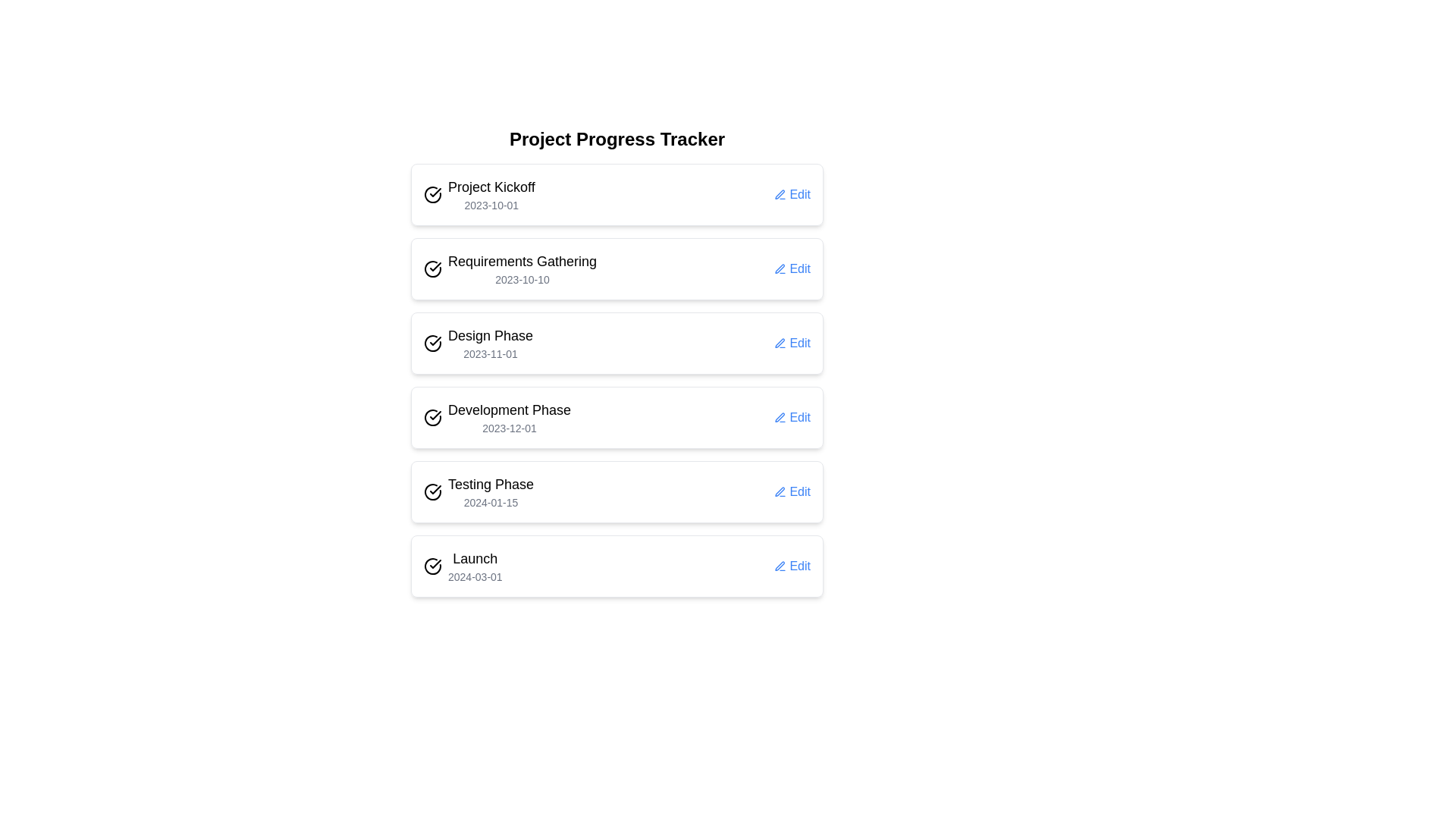 The width and height of the screenshot is (1456, 819). What do you see at coordinates (491, 194) in the screenshot?
I see `the text block labeled 'Project Kickoff' that indicates the project phase and date '2023-10-01', located below the 'Project Progress Tracker' header` at bounding box center [491, 194].